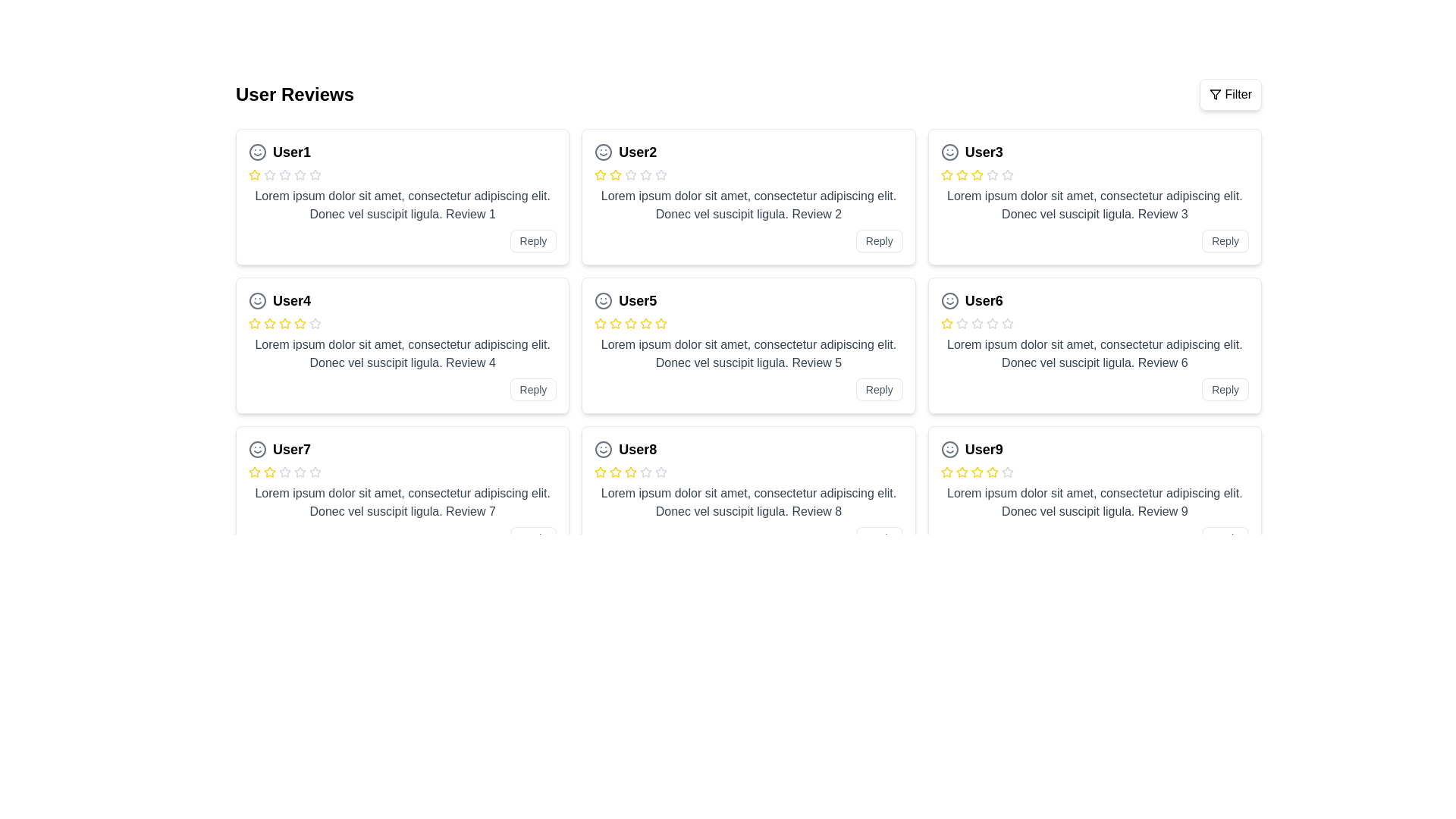  Describe the element at coordinates (949, 152) in the screenshot. I see `SVG Circle element that is part of the smiley face icon located at the top-left corner of the 'User3' review card` at that location.